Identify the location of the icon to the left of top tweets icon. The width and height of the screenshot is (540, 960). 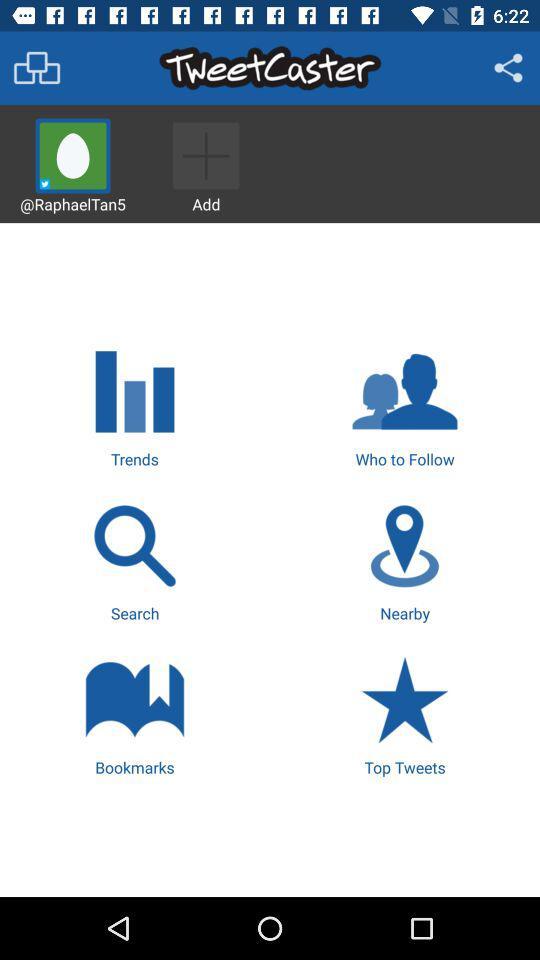
(135, 714).